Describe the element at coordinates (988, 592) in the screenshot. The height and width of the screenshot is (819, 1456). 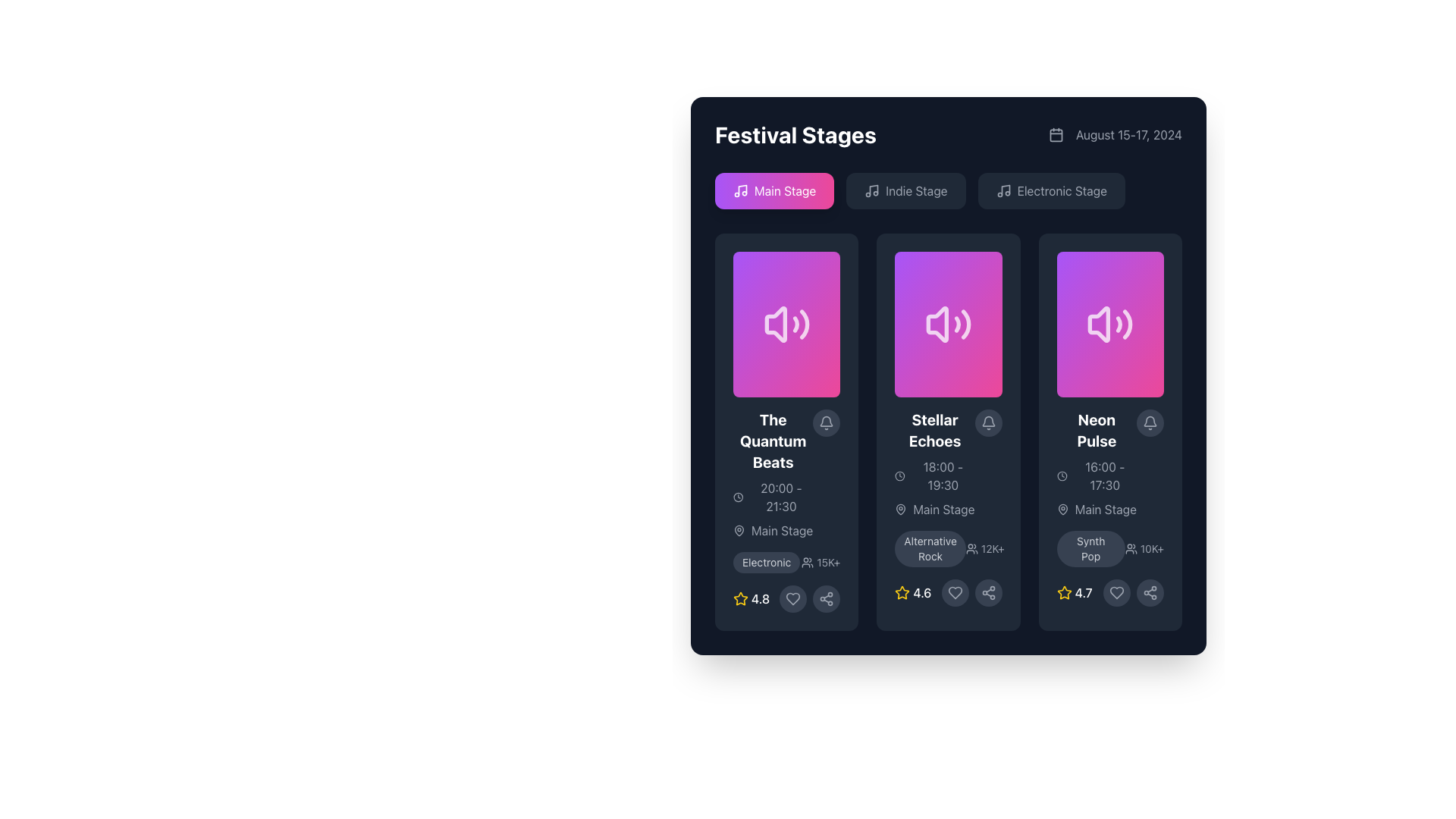
I see `the share button located beneath the 'Stellar Echoes' card, which is the third button in a horizontal group of buttons following a star-shaped button and a heart-shaped button` at that location.